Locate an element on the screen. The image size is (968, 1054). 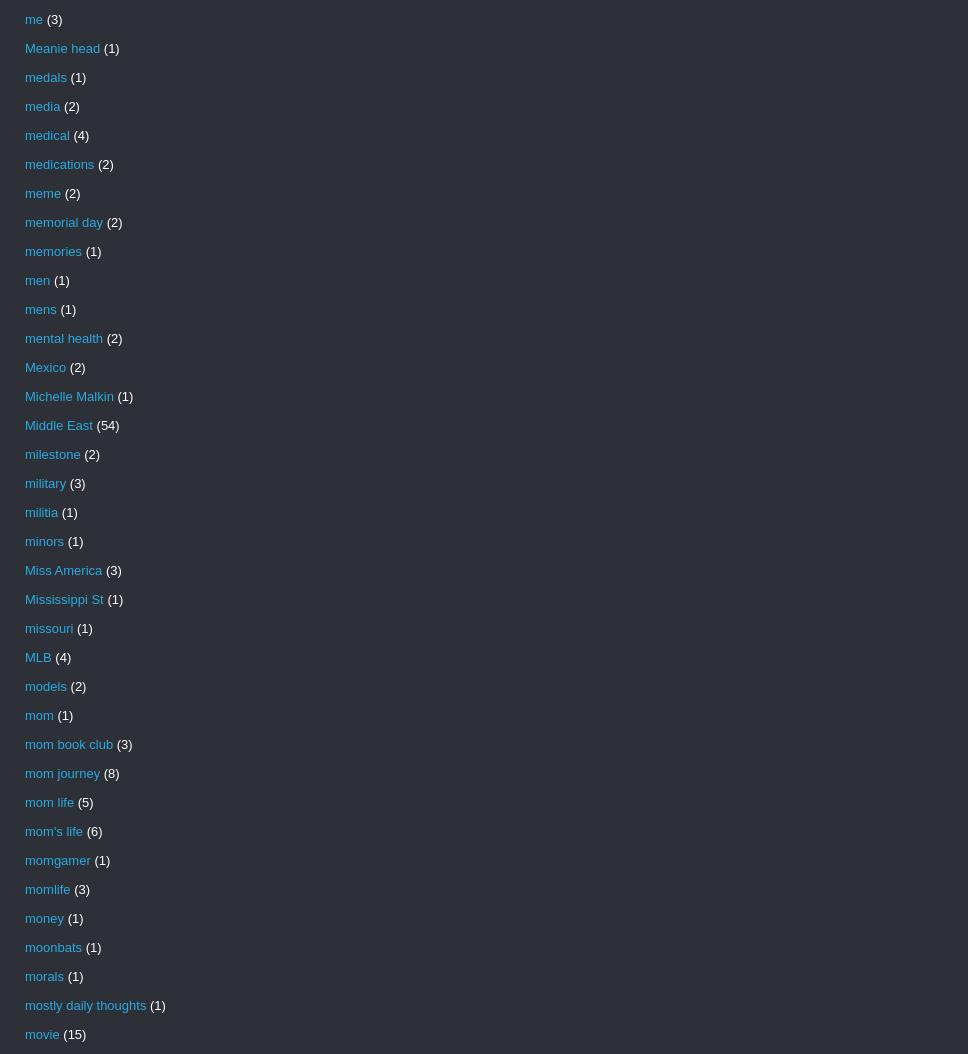
'mom journey' is located at coordinates (61, 773).